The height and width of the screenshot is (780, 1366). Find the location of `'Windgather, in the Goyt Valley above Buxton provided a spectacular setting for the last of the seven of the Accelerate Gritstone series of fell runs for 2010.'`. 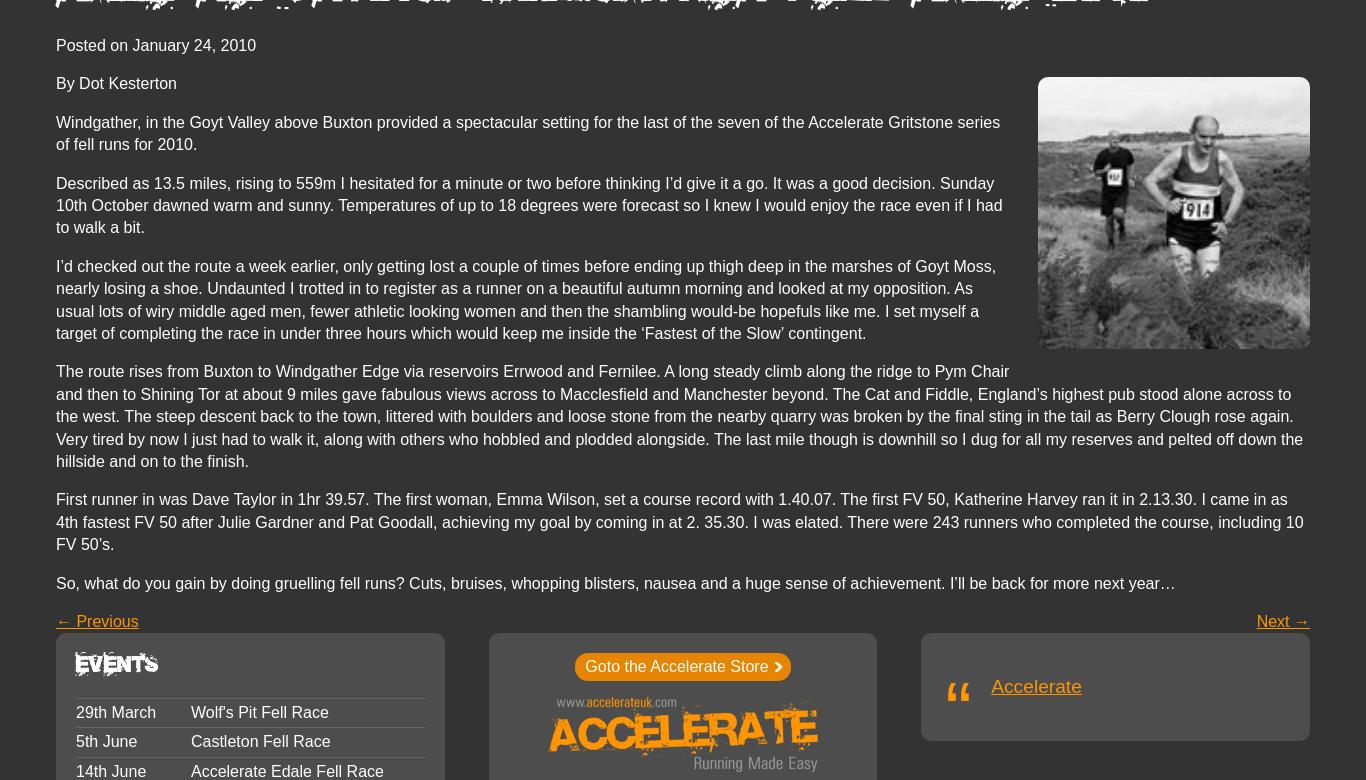

'Windgather, in the Goyt Valley above Buxton provided a spectacular setting for the last of the seven of the Accelerate Gritstone series of fell runs for 2010.' is located at coordinates (527, 131).